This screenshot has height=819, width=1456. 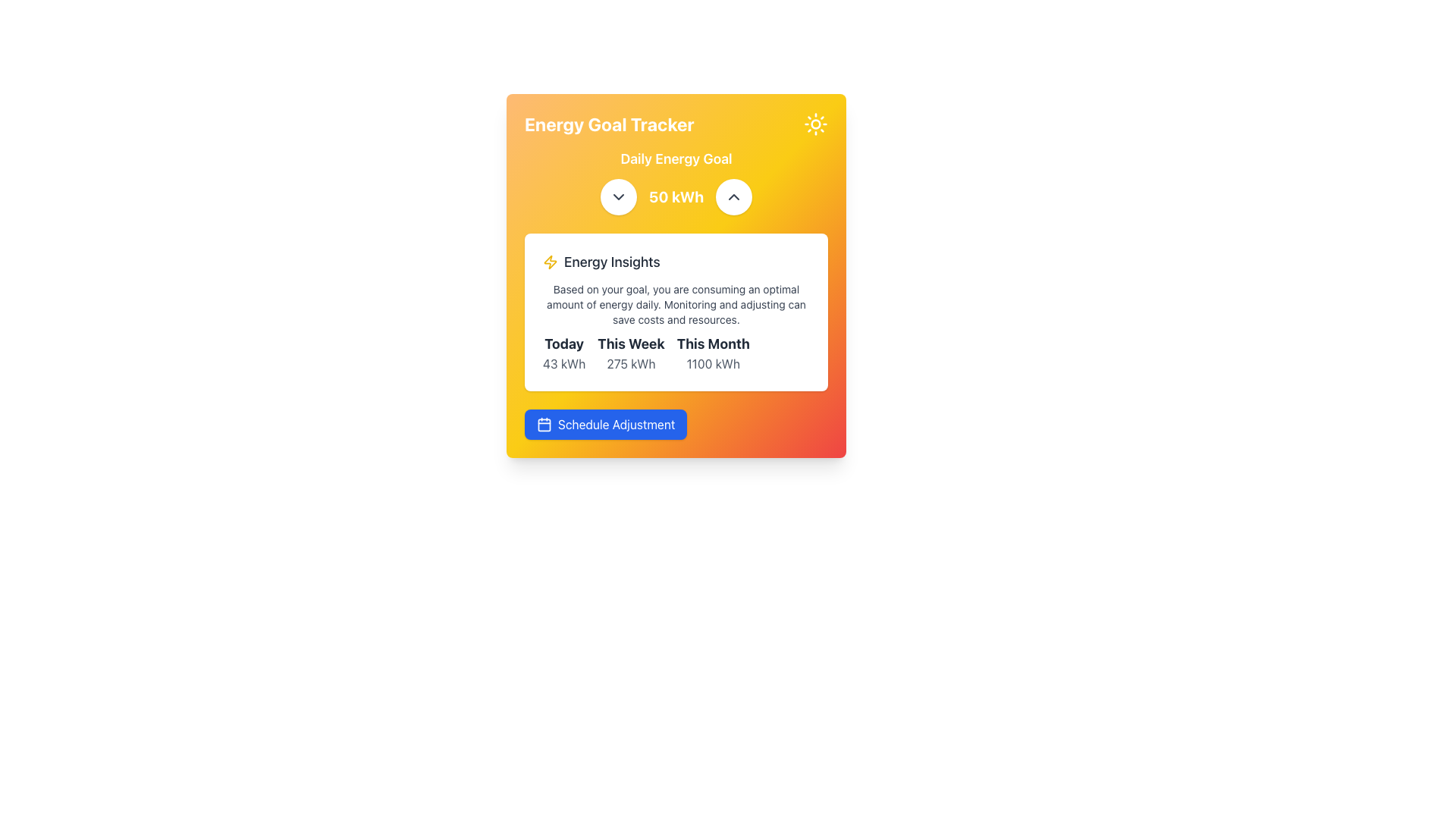 What do you see at coordinates (631, 353) in the screenshot?
I see `the Label displaying the summary of energy consumption for the current week in kilowatt-hours, located at the center of the 'Energy Insights' card` at bounding box center [631, 353].